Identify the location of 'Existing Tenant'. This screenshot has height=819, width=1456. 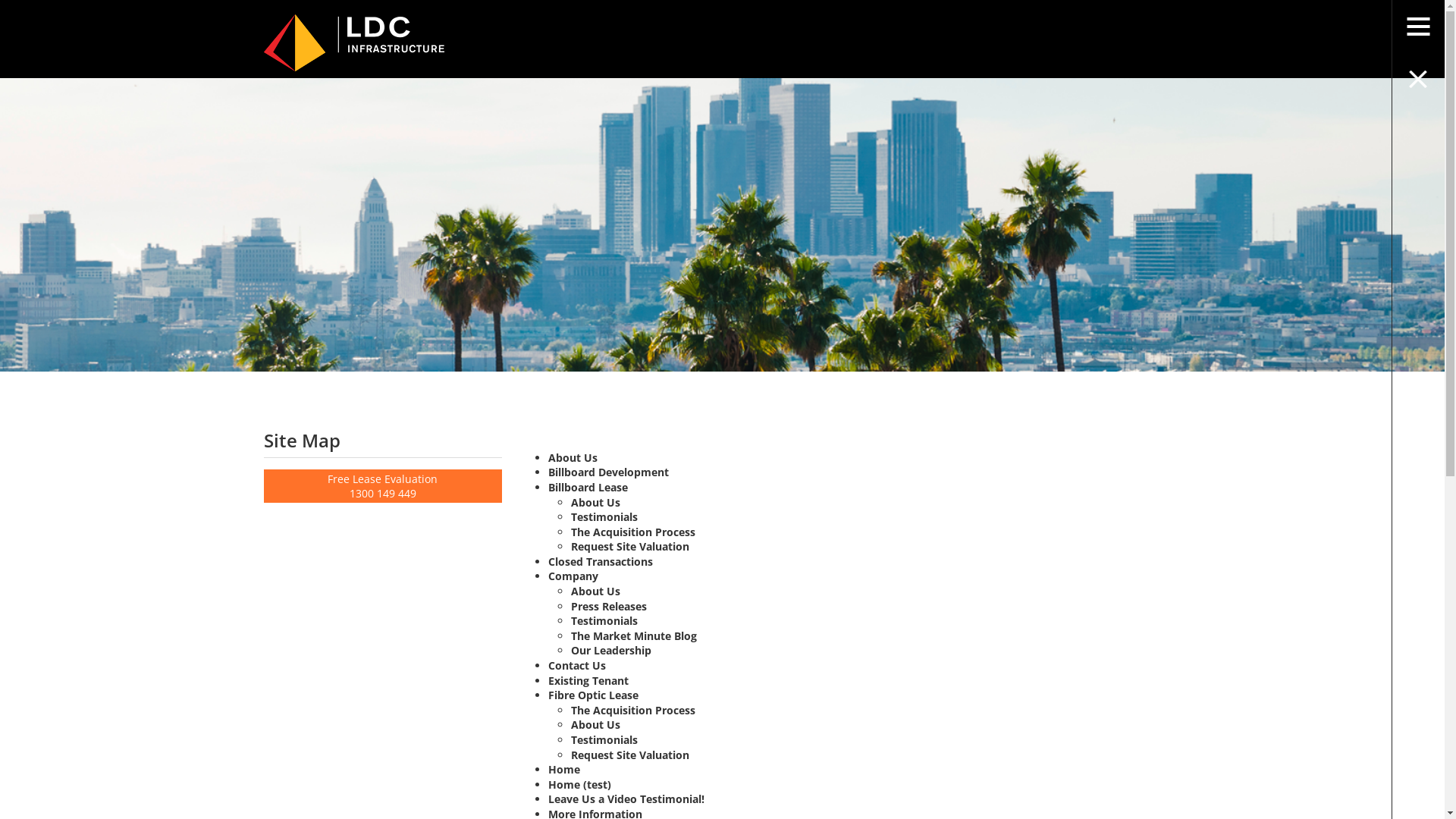
(548, 679).